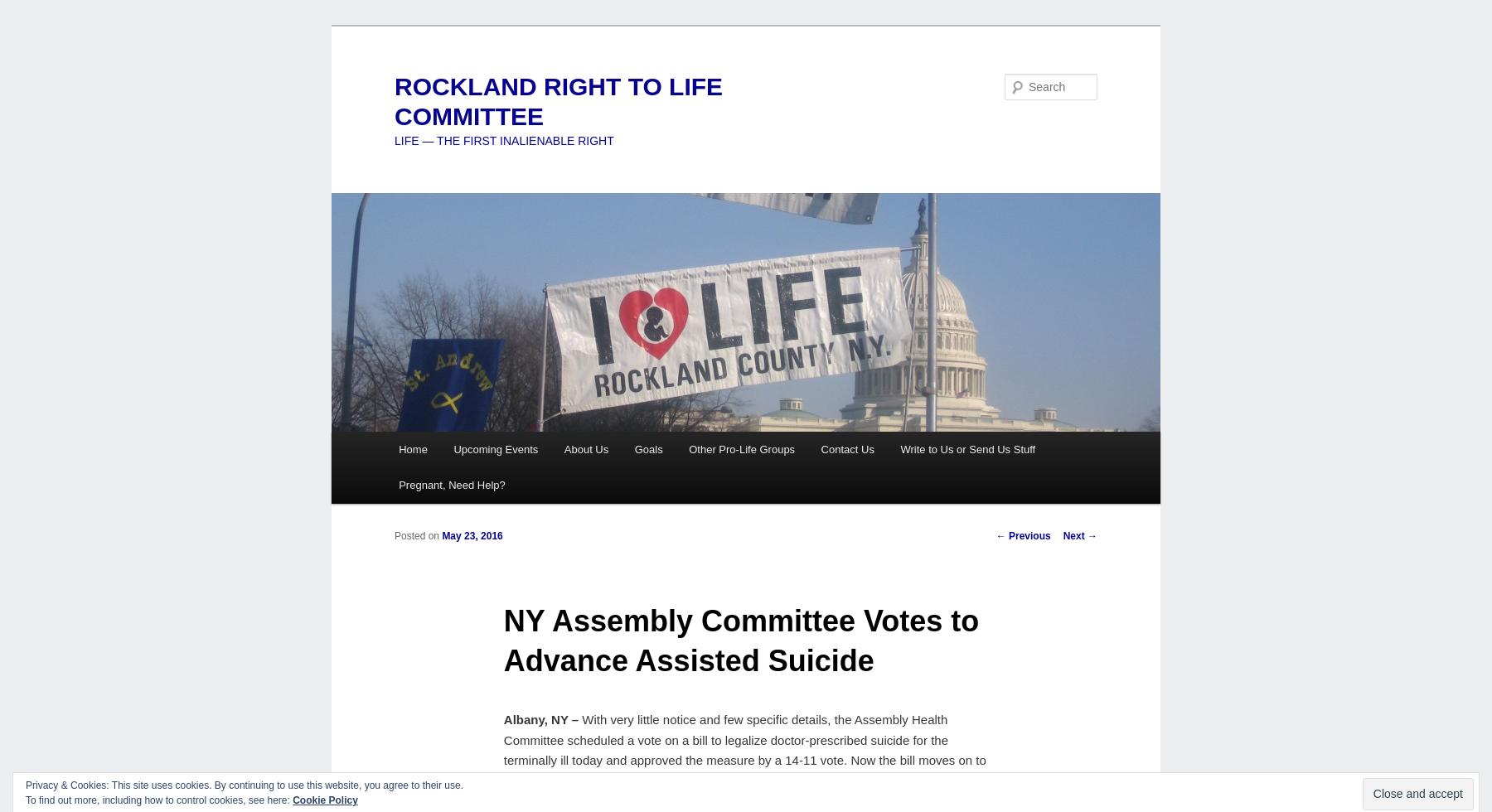  What do you see at coordinates (472, 535) in the screenshot?
I see `'May 23, 2016'` at bounding box center [472, 535].